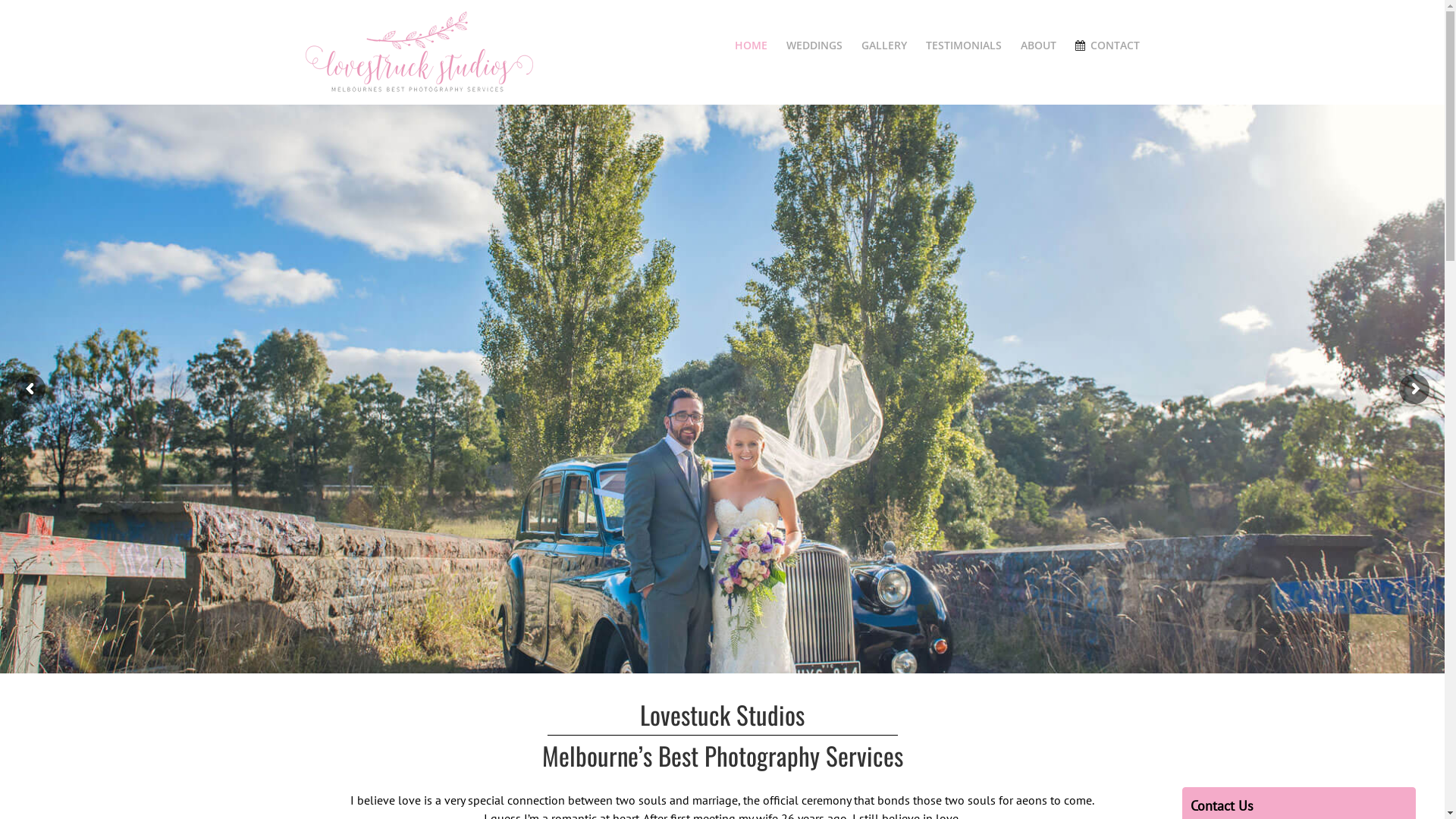 The height and width of the screenshot is (819, 1456). Describe the element at coordinates (1074, 45) in the screenshot. I see `'CONTACT'` at that location.